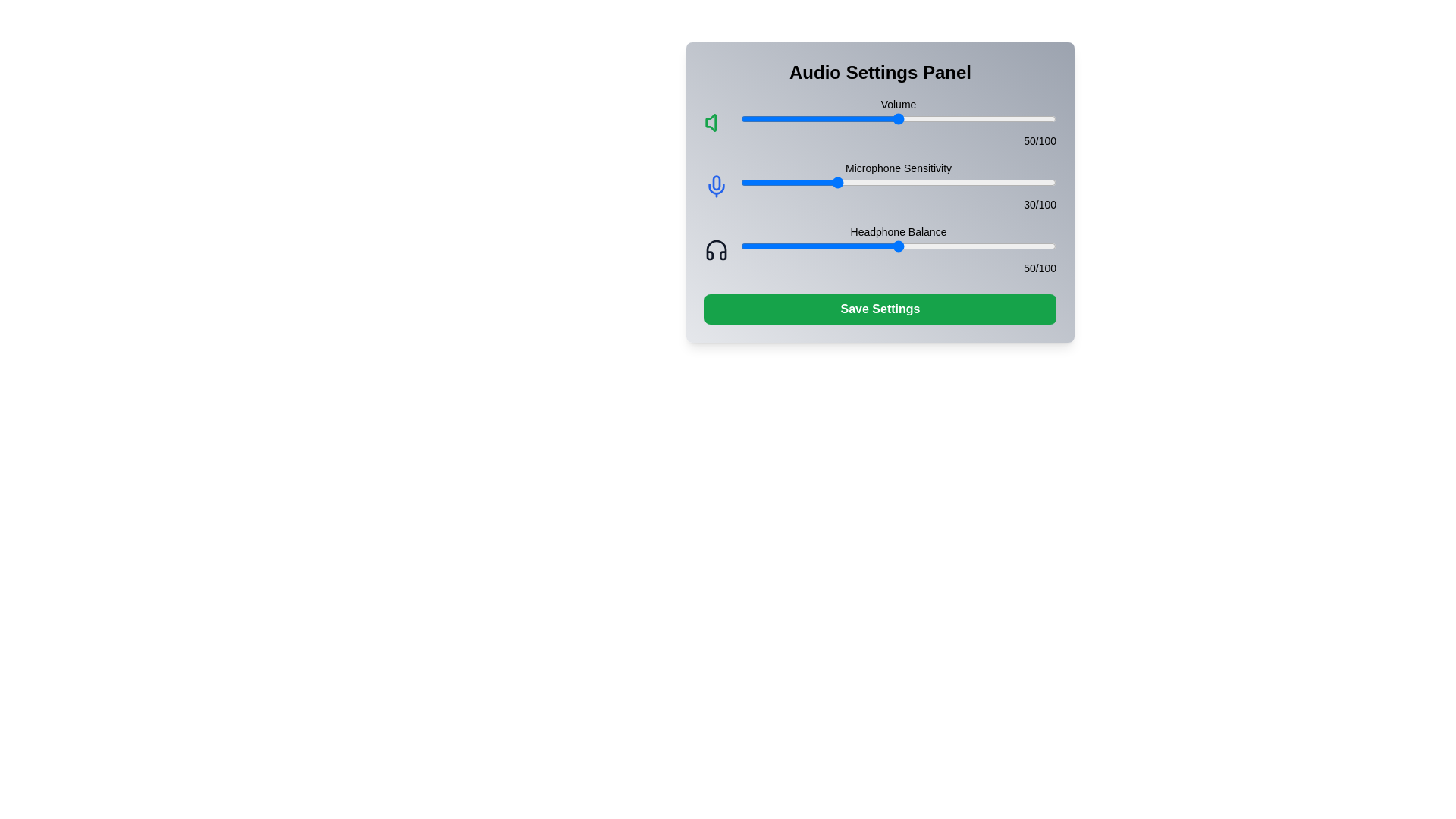 Image resolution: width=1456 pixels, height=819 pixels. I want to click on microphone sensitivity, so click(812, 181).